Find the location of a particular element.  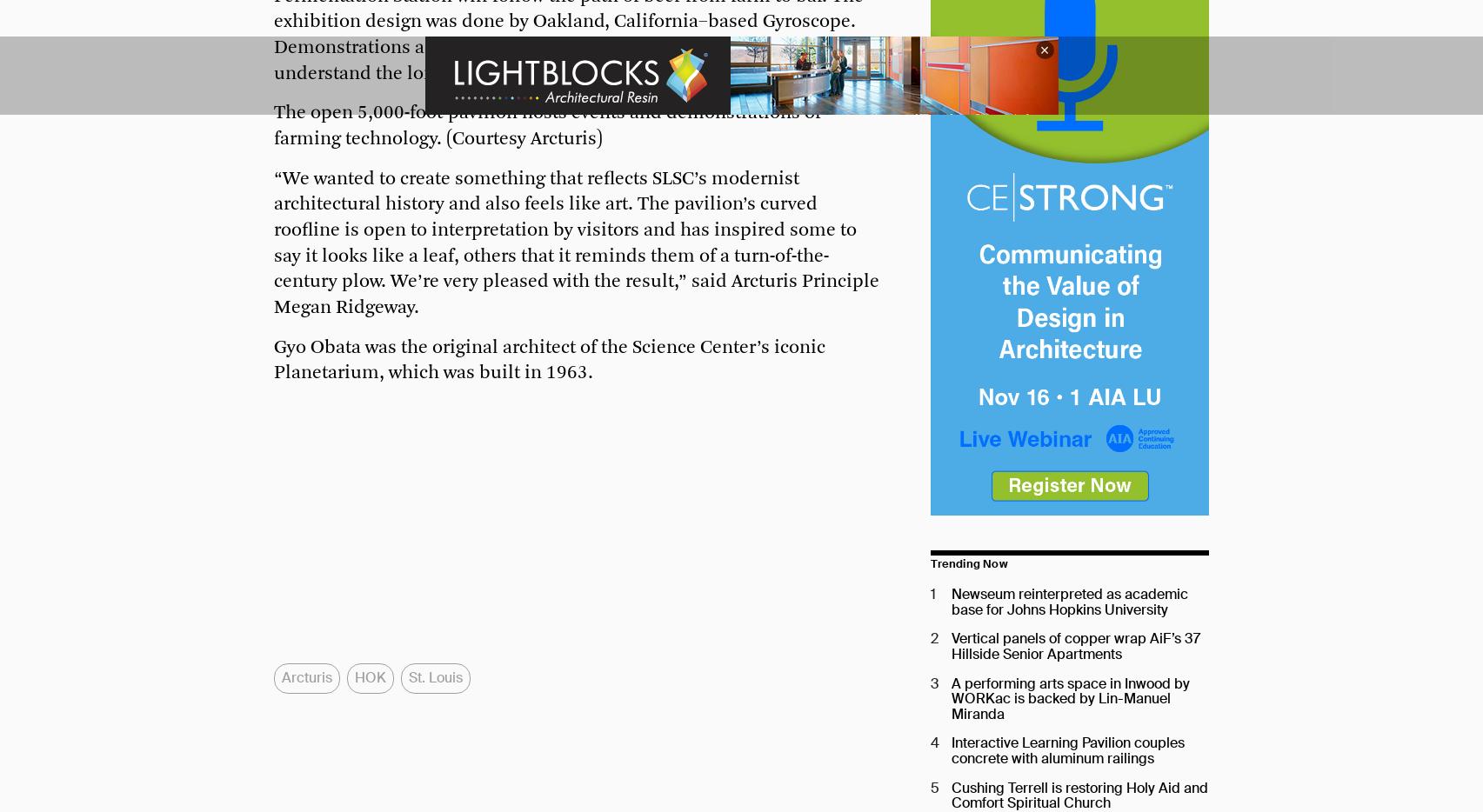

'HOK' is located at coordinates (369, 676).